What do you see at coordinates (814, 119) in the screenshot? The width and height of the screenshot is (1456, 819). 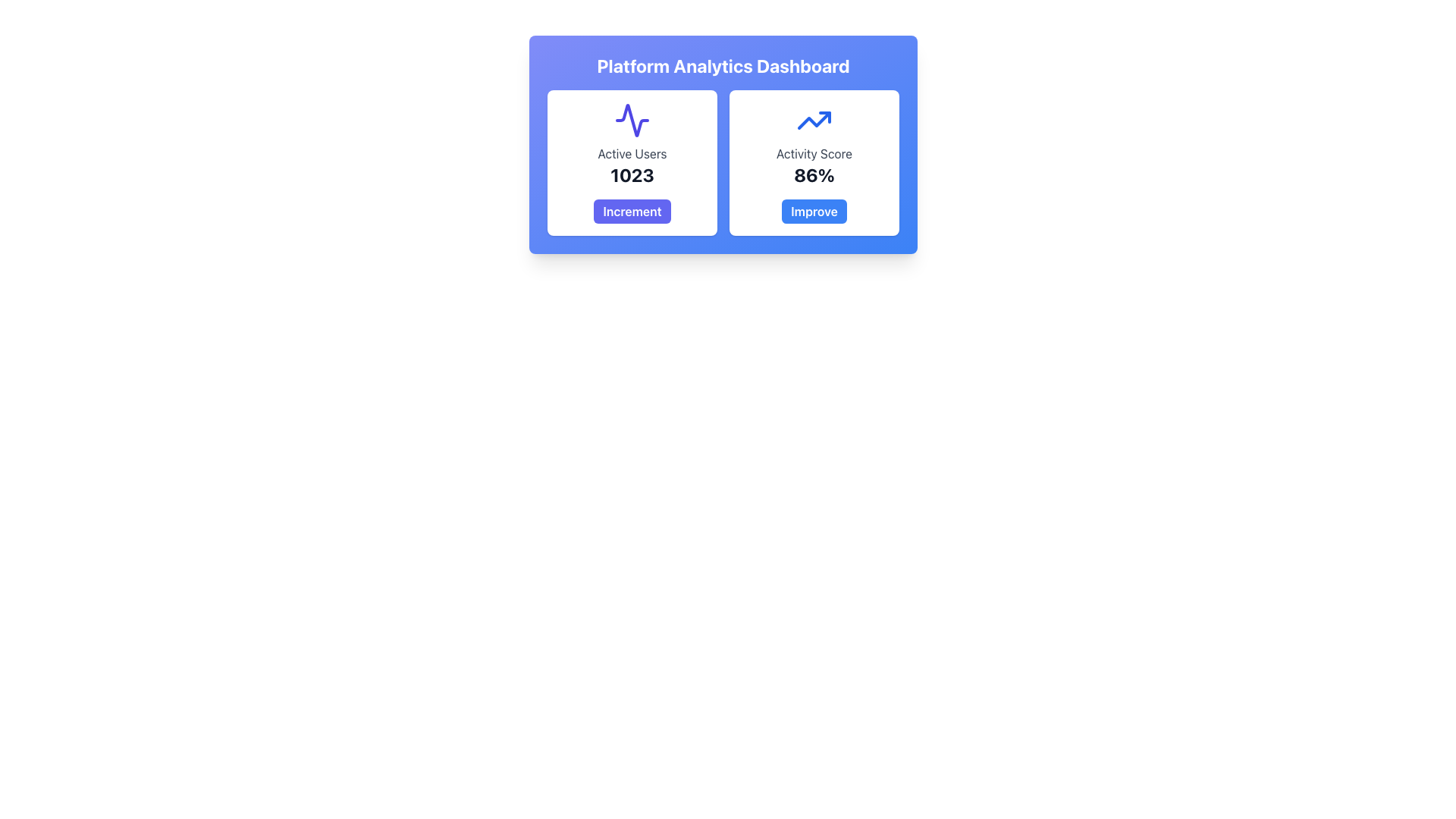 I see `the upward trending line icon with a blue stroke located at the top center of the 'Activity Score' card, positioned above the percentage text ('86%') and the 'Improve' button` at bounding box center [814, 119].